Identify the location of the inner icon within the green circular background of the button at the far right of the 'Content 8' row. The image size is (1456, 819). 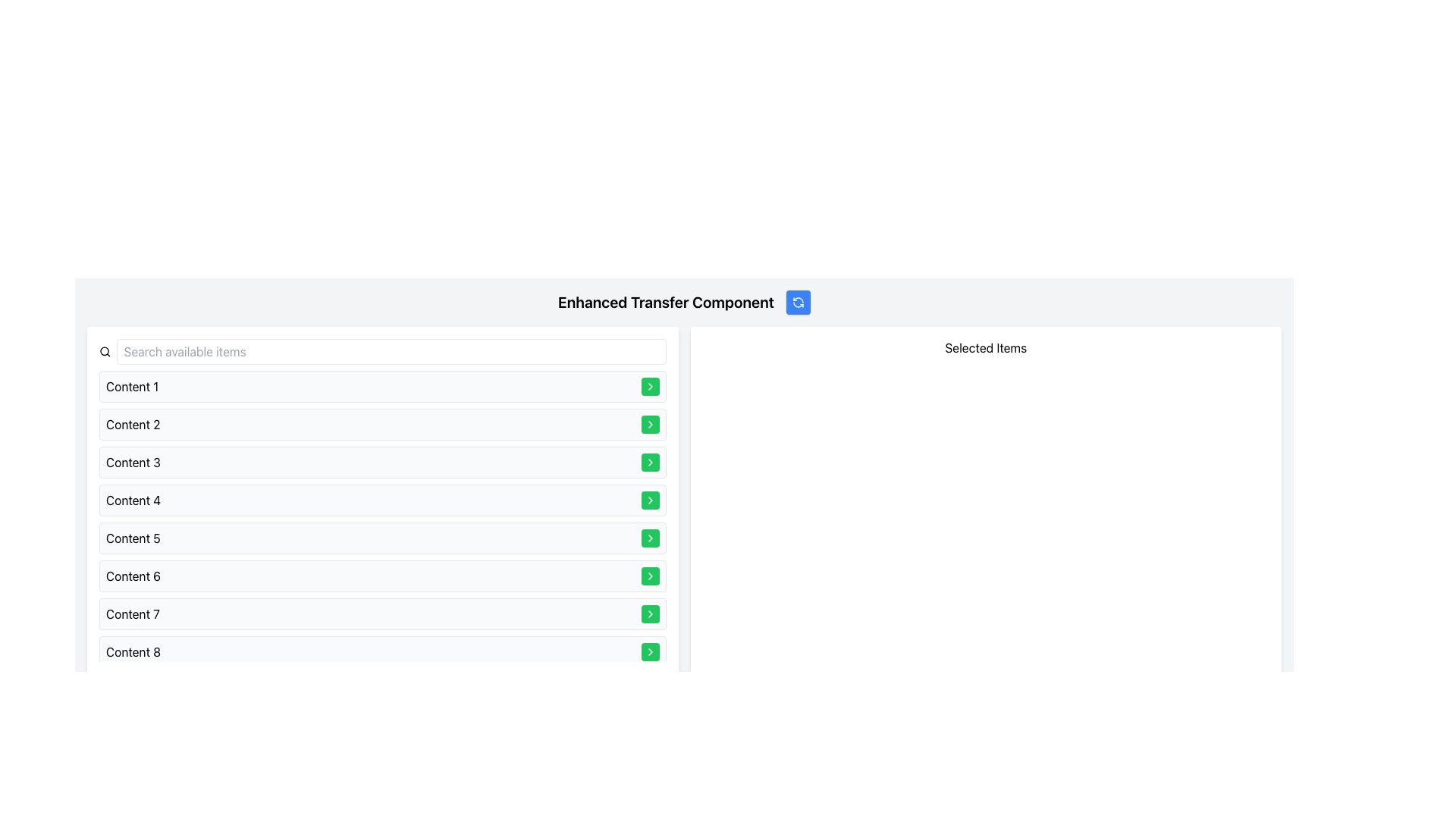
(650, 651).